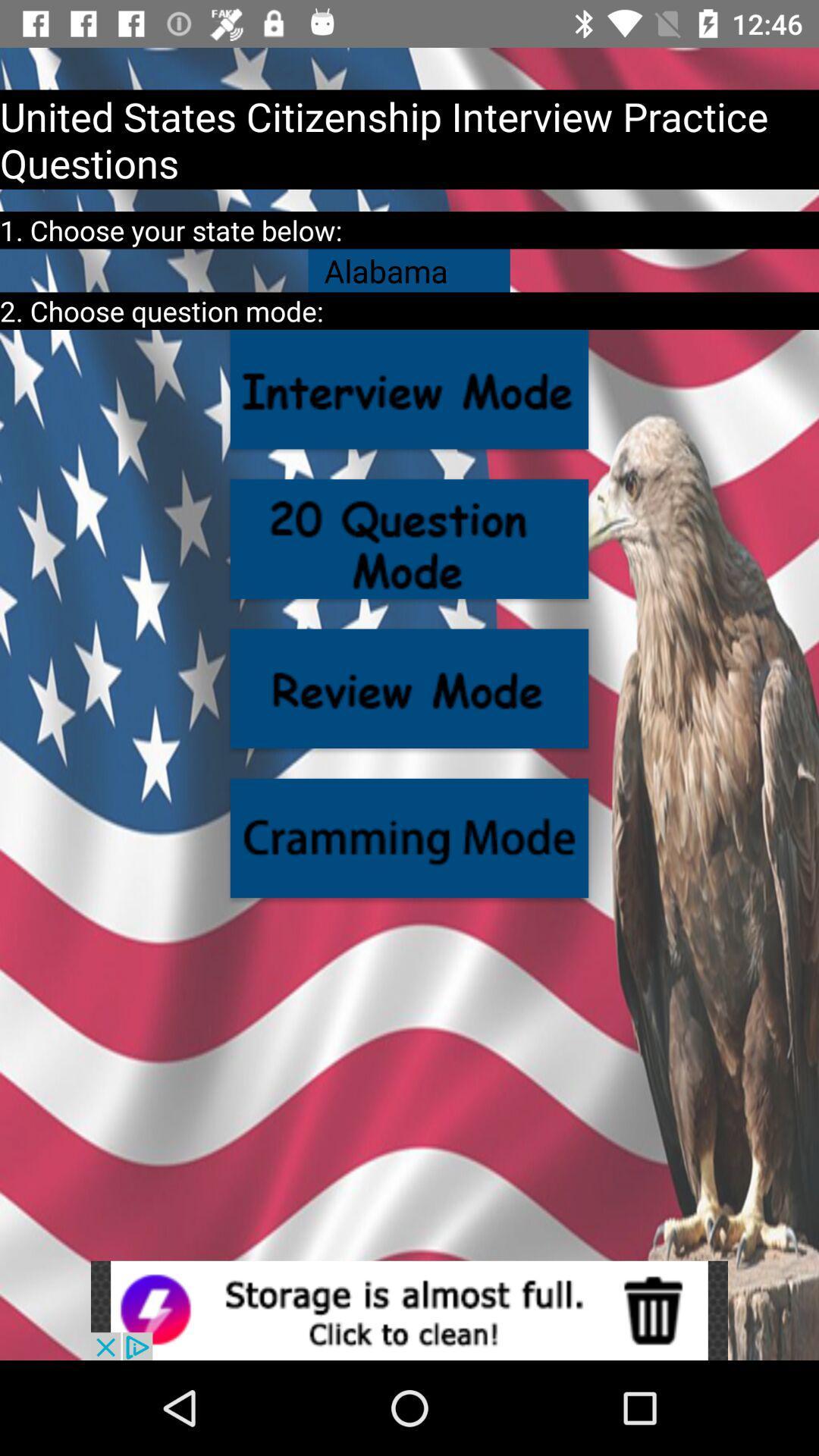  I want to click on choose interview mode, so click(409, 389).